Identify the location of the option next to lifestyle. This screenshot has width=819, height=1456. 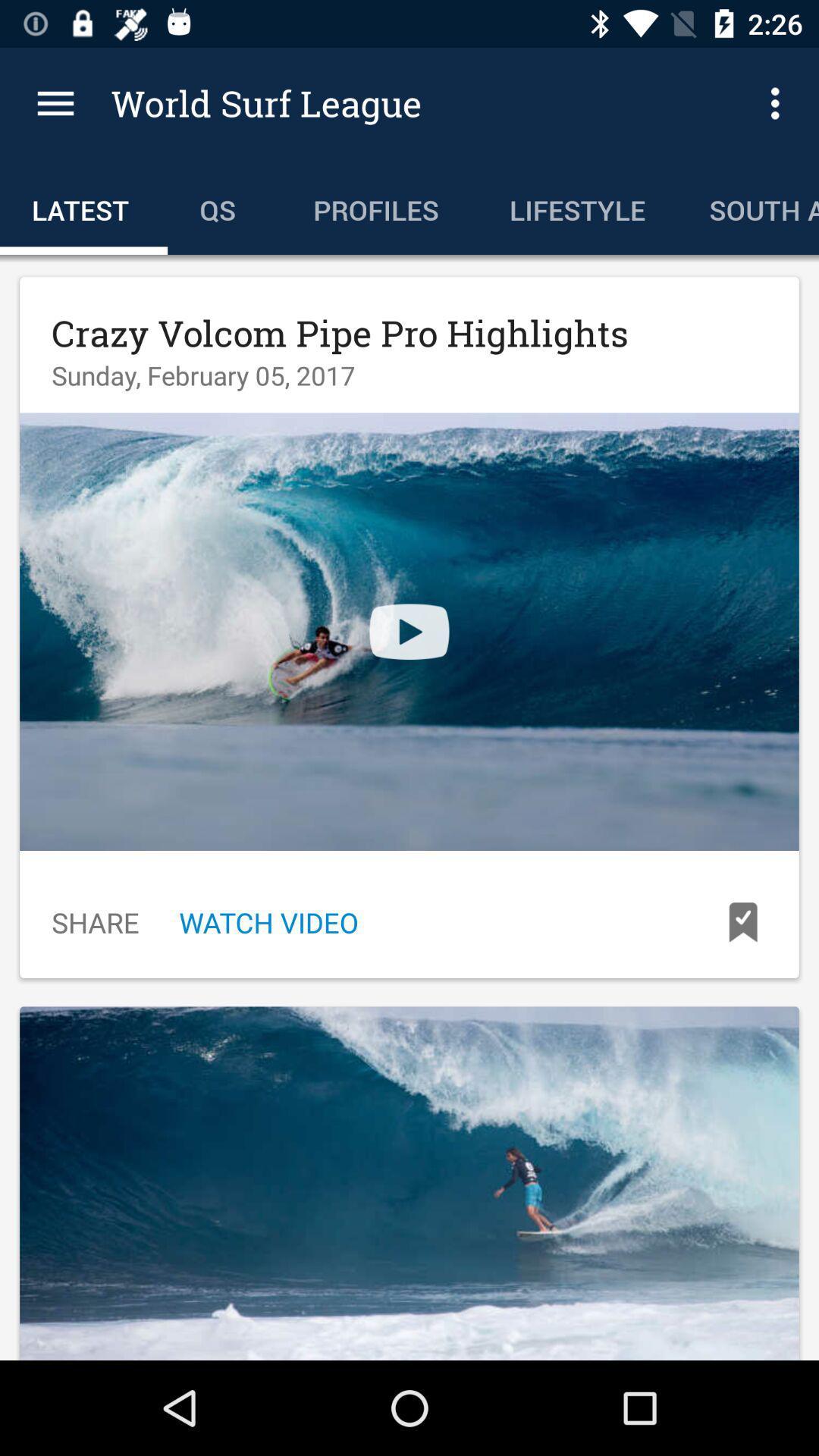
(747, 206).